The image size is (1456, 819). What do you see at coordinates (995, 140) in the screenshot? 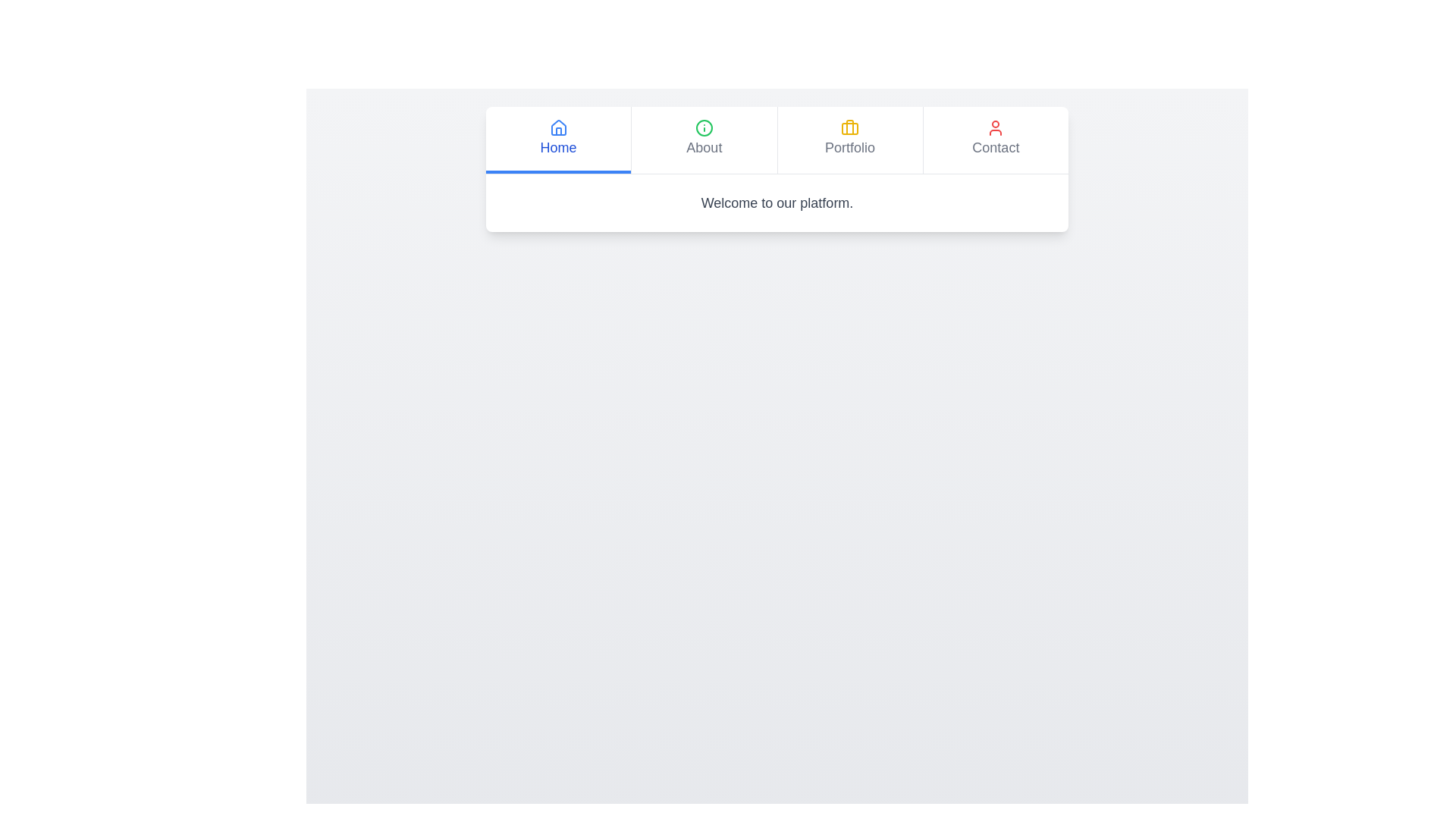
I see `the tab labeled 'Contact' to observe the visual feedback` at bounding box center [995, 140].